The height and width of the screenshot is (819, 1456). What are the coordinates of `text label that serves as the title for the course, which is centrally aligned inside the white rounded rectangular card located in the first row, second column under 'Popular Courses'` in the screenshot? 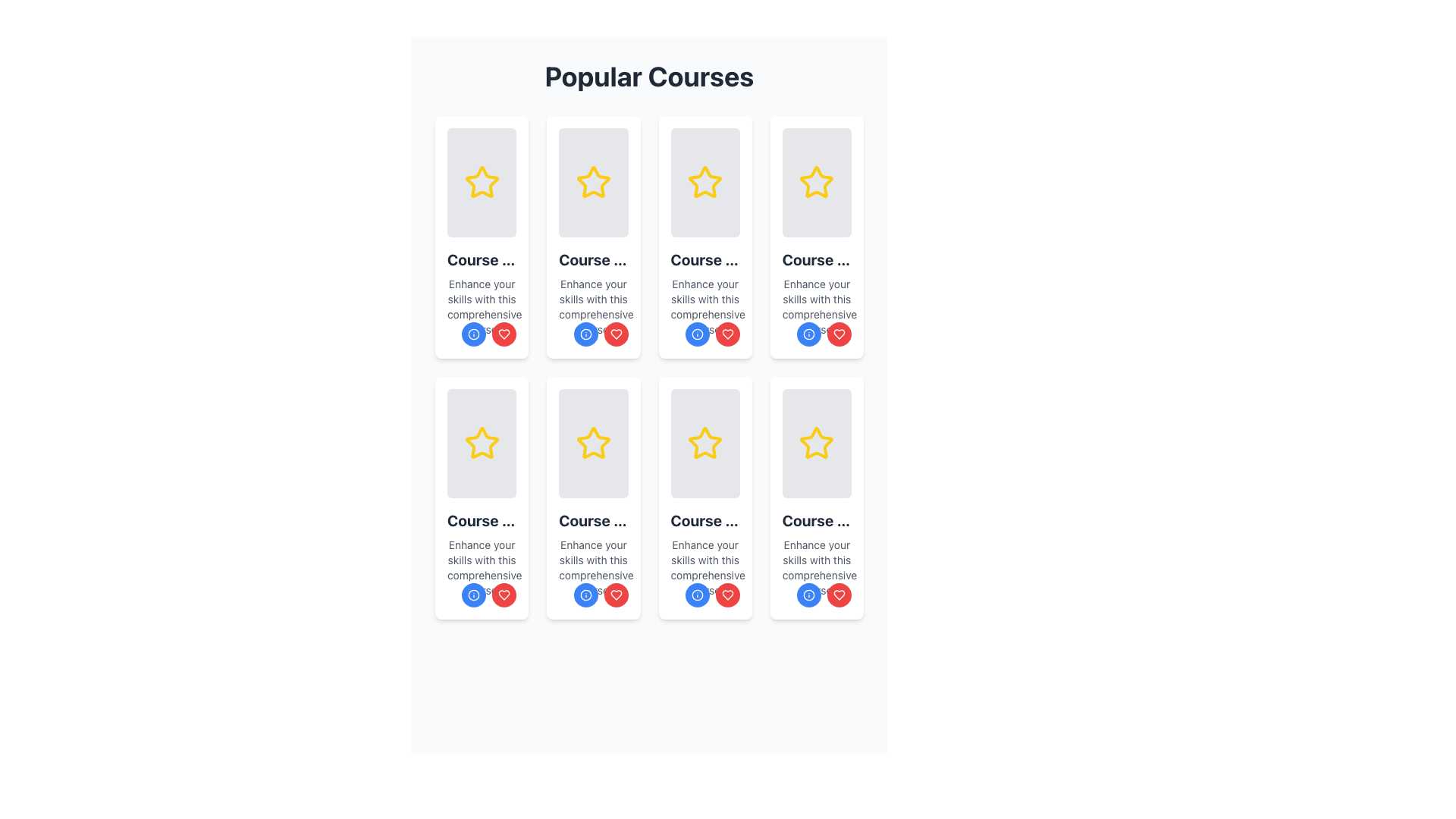 It's located at (481, 259).